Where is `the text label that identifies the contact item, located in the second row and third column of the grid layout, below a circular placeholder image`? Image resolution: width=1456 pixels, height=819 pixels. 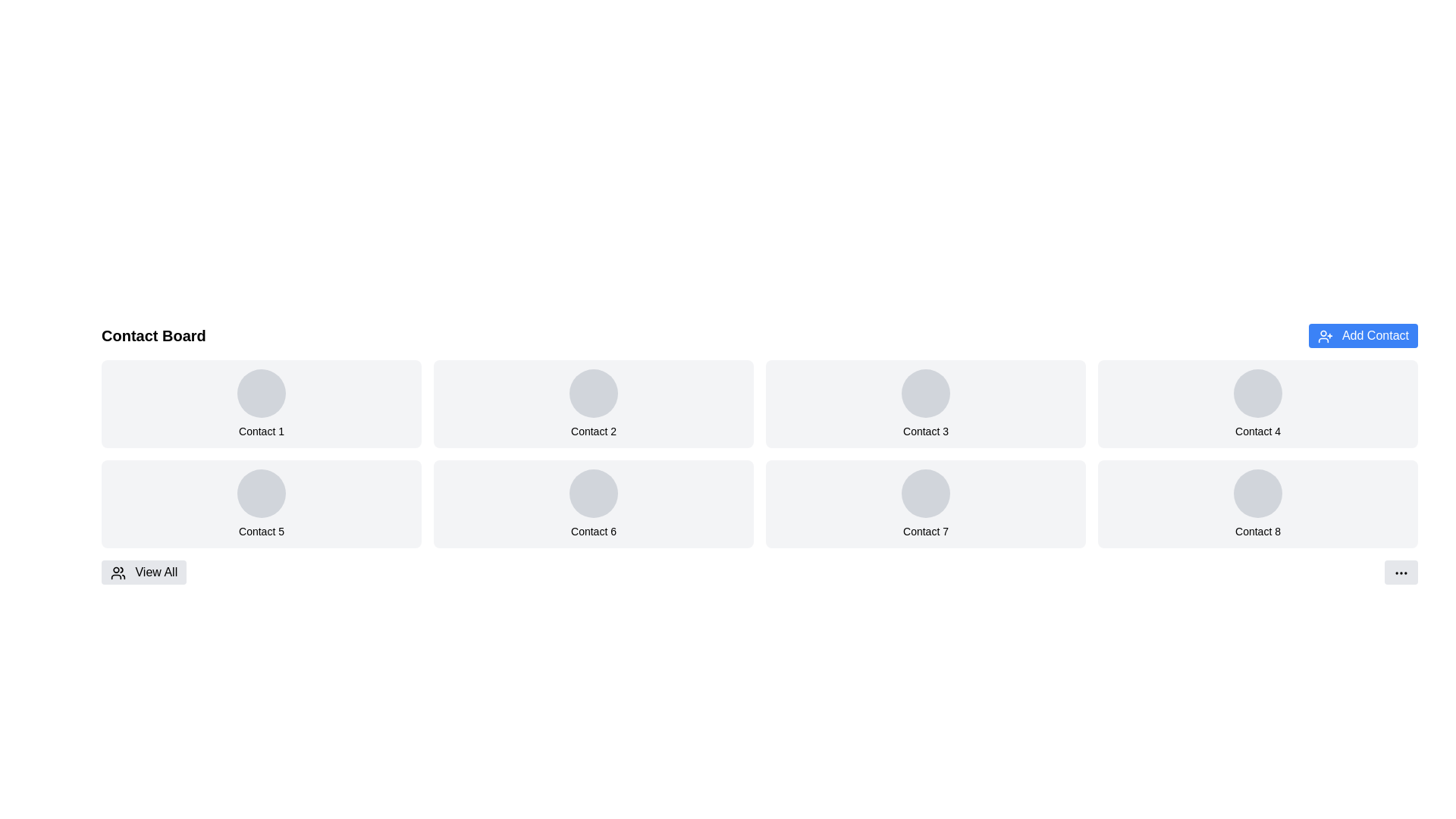
the text label that identifies the contact item, located in the second row and third column of the grid layout, below a circular placeholder image is located at coordinates (592, 531).